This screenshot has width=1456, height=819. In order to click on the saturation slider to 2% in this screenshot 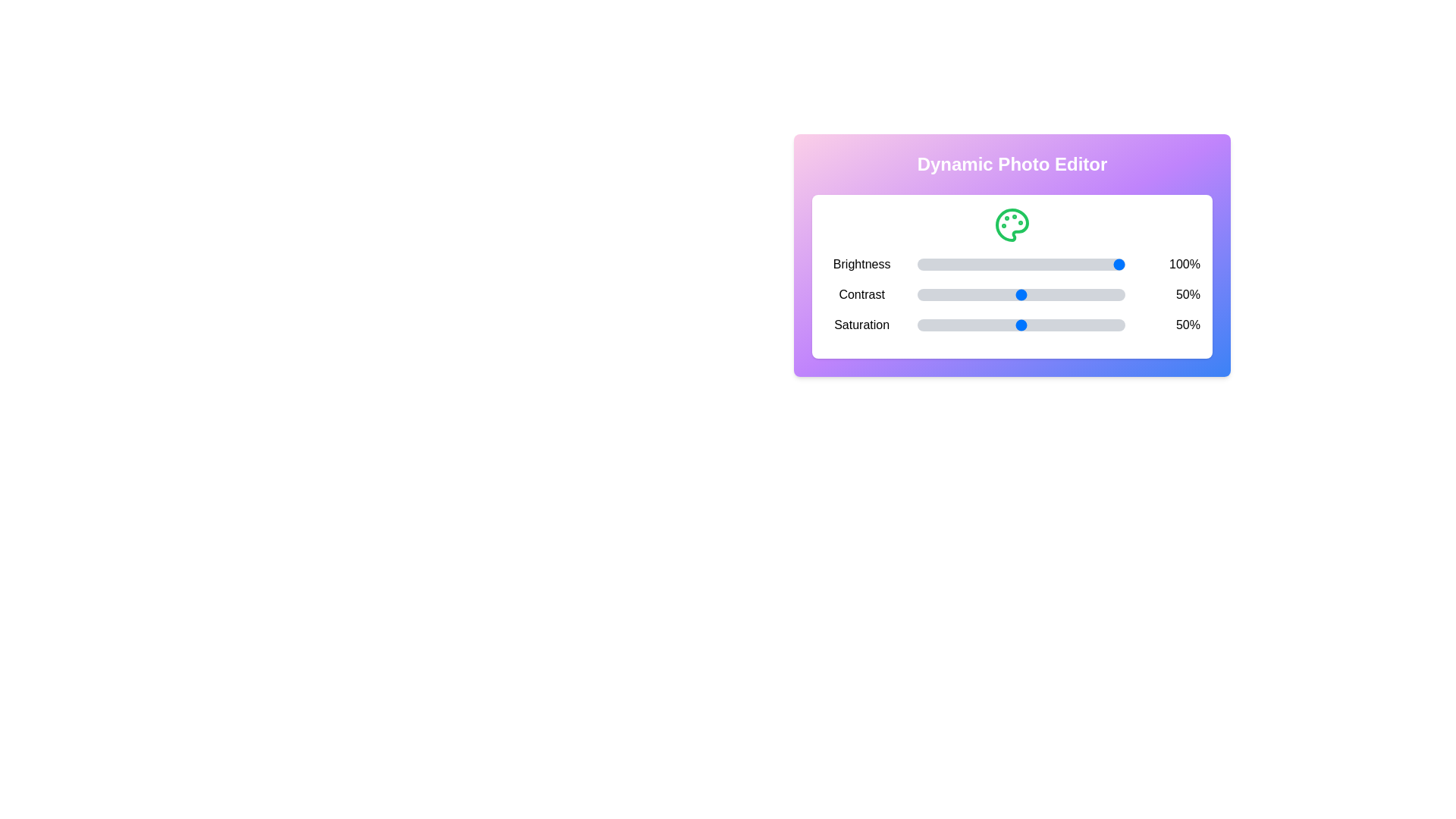, I will do `click(921, 324)`.